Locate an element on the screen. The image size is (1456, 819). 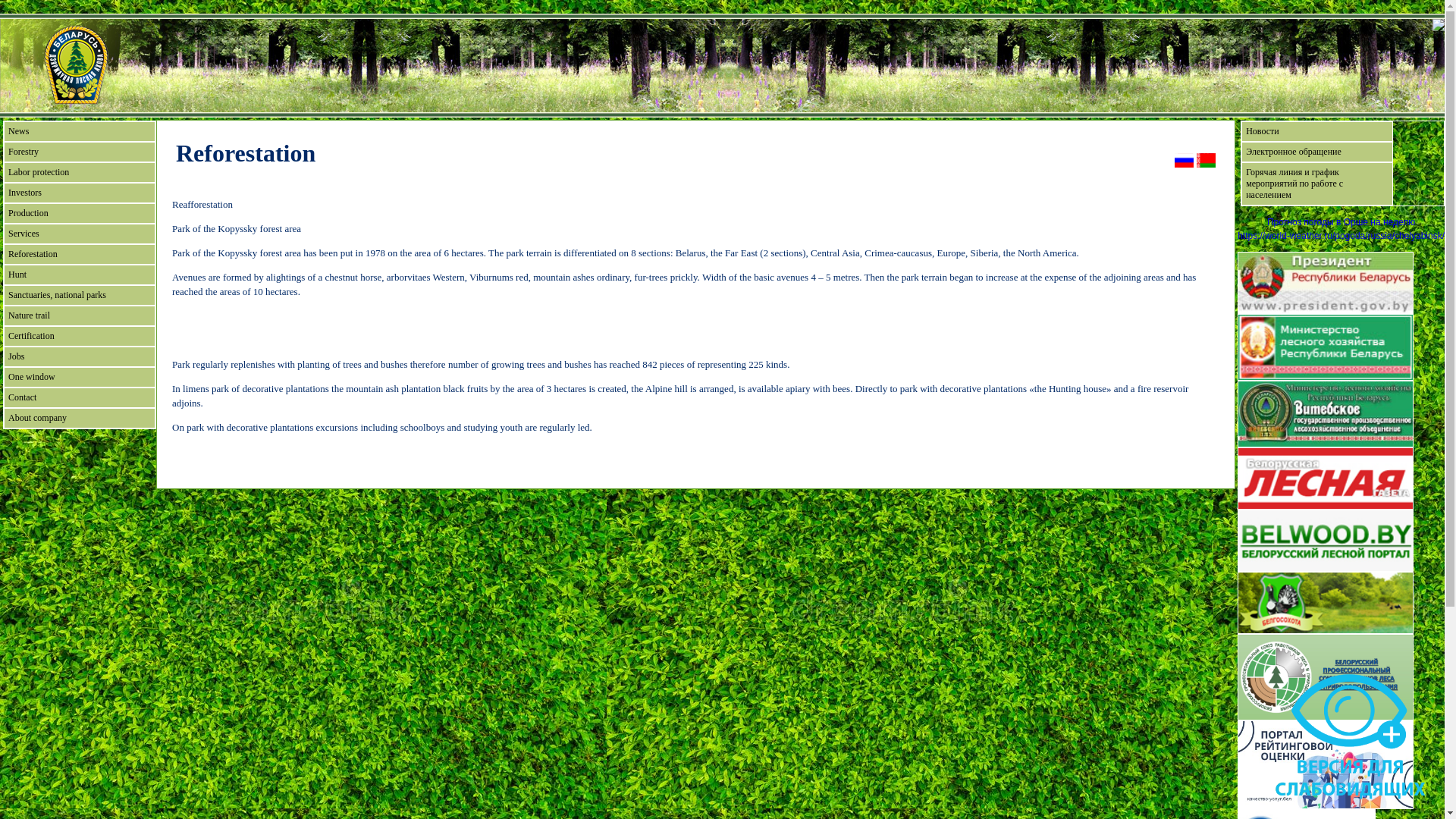
'Services' is located at coordinates (3, 234).